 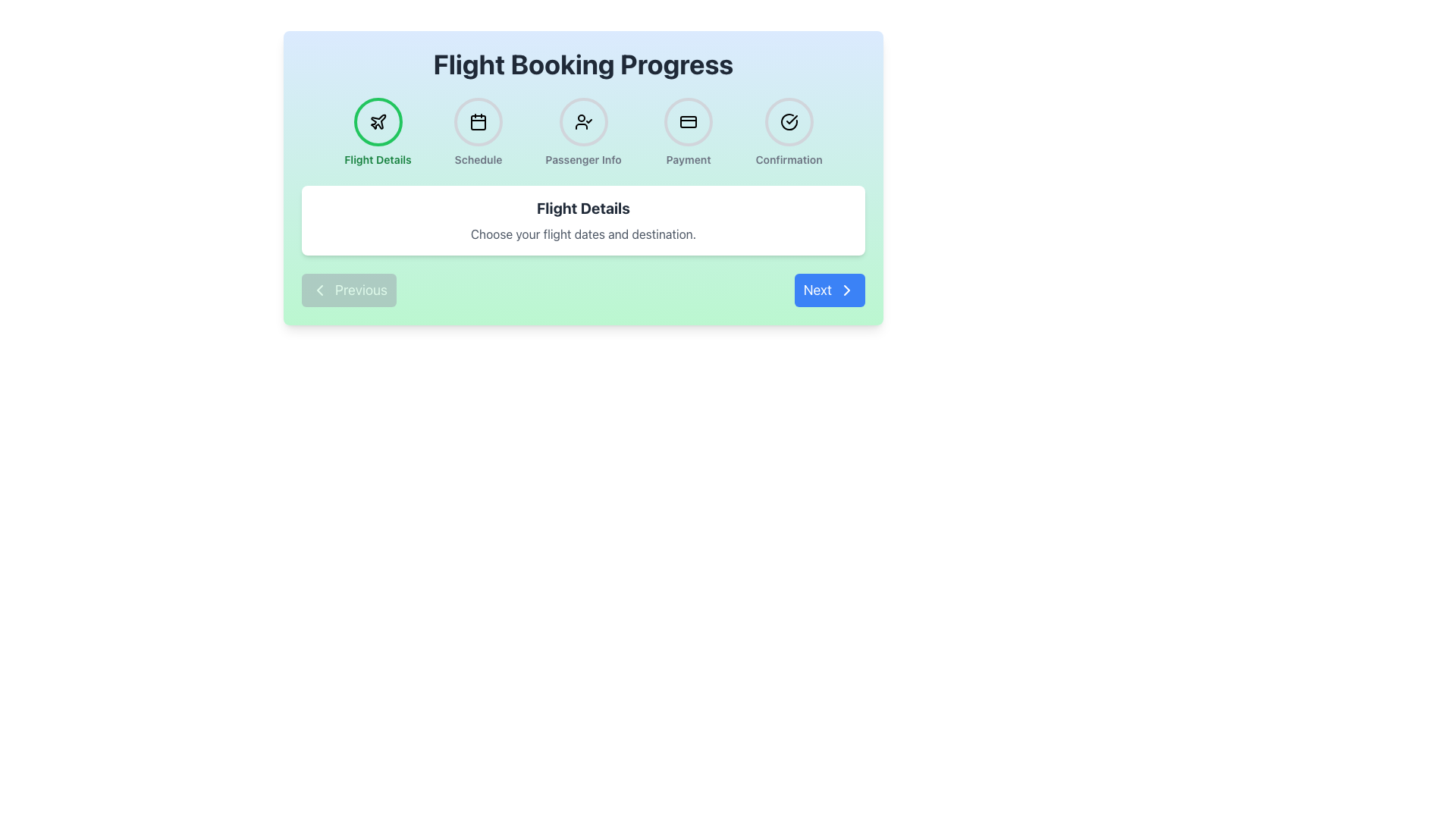 I want to click on the 'Flight Details' text label in the navigation bar, so click(x=378, y=160).